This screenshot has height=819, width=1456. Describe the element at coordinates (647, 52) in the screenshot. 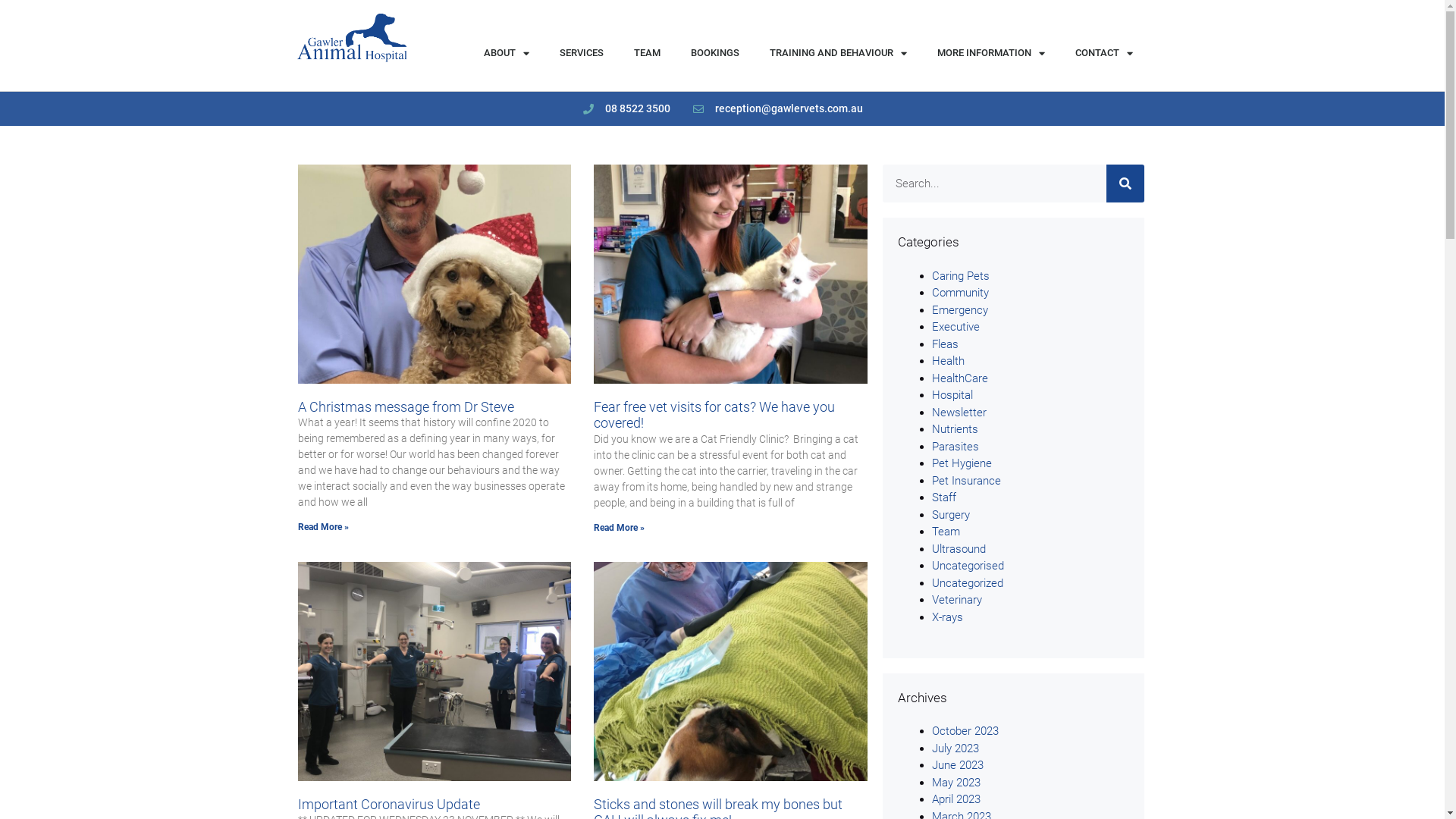

I see `'TEAM'` at that location.